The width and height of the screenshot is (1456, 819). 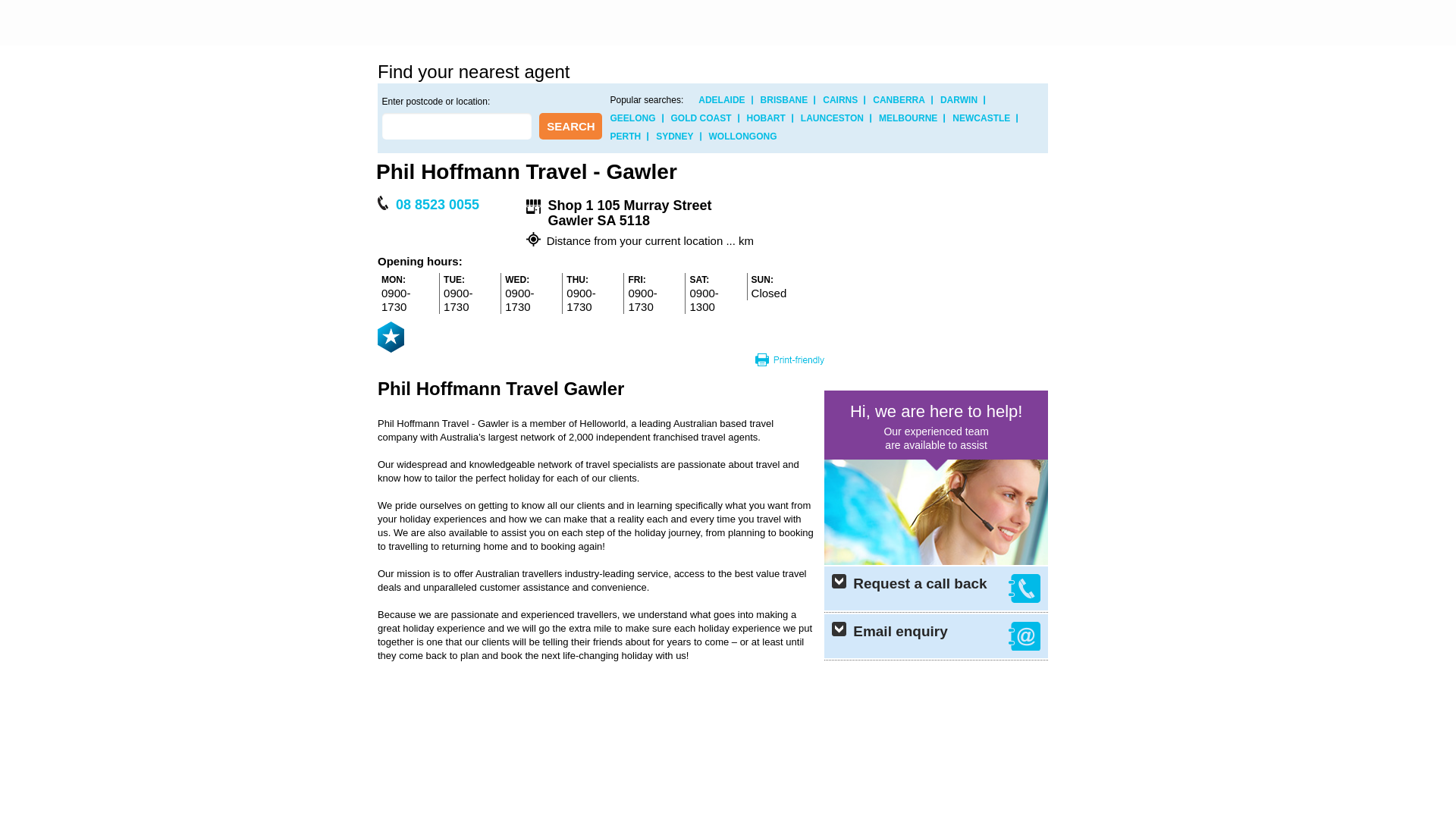 I want to click on 'Request a call back', so click(x=935, y=587).